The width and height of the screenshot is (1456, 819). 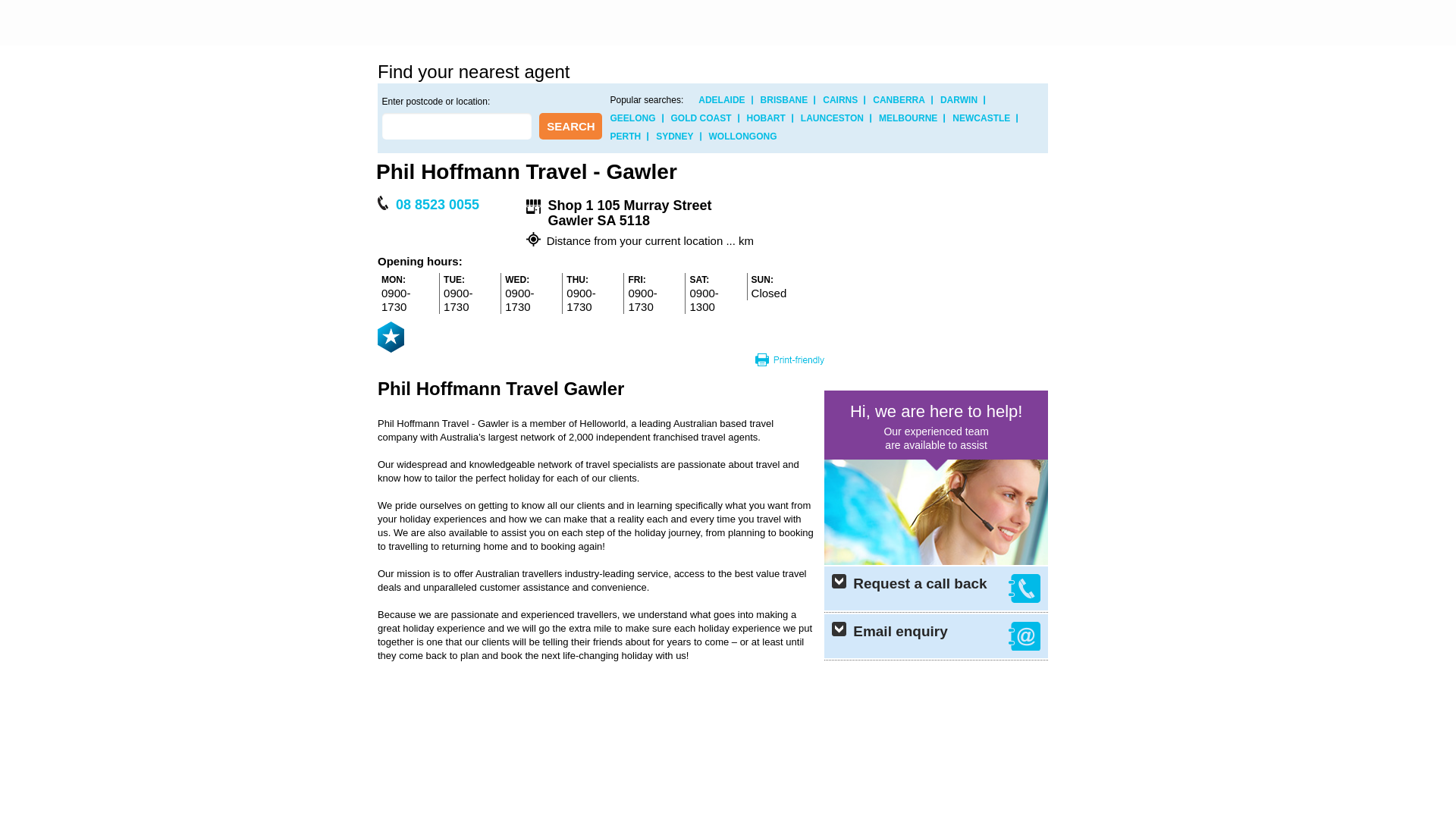 I want to click on 'Request a call back', so click(x=935, y=587).